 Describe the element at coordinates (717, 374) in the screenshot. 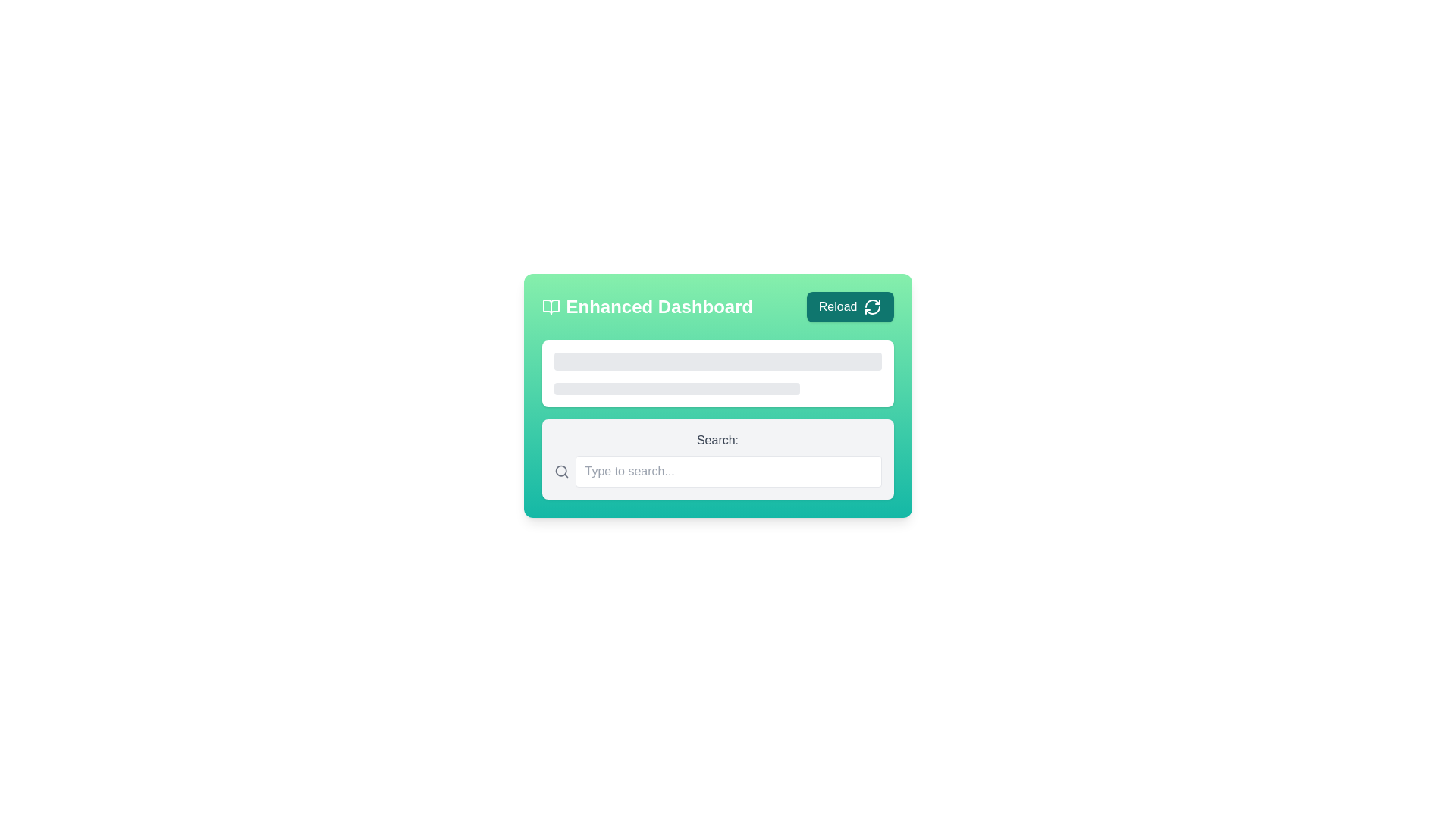

I see `the loading bar or content bar within the 'Enhanced Dashboard' card, which is a light gray rectangular block located below the header section and above the search bar` at that location.